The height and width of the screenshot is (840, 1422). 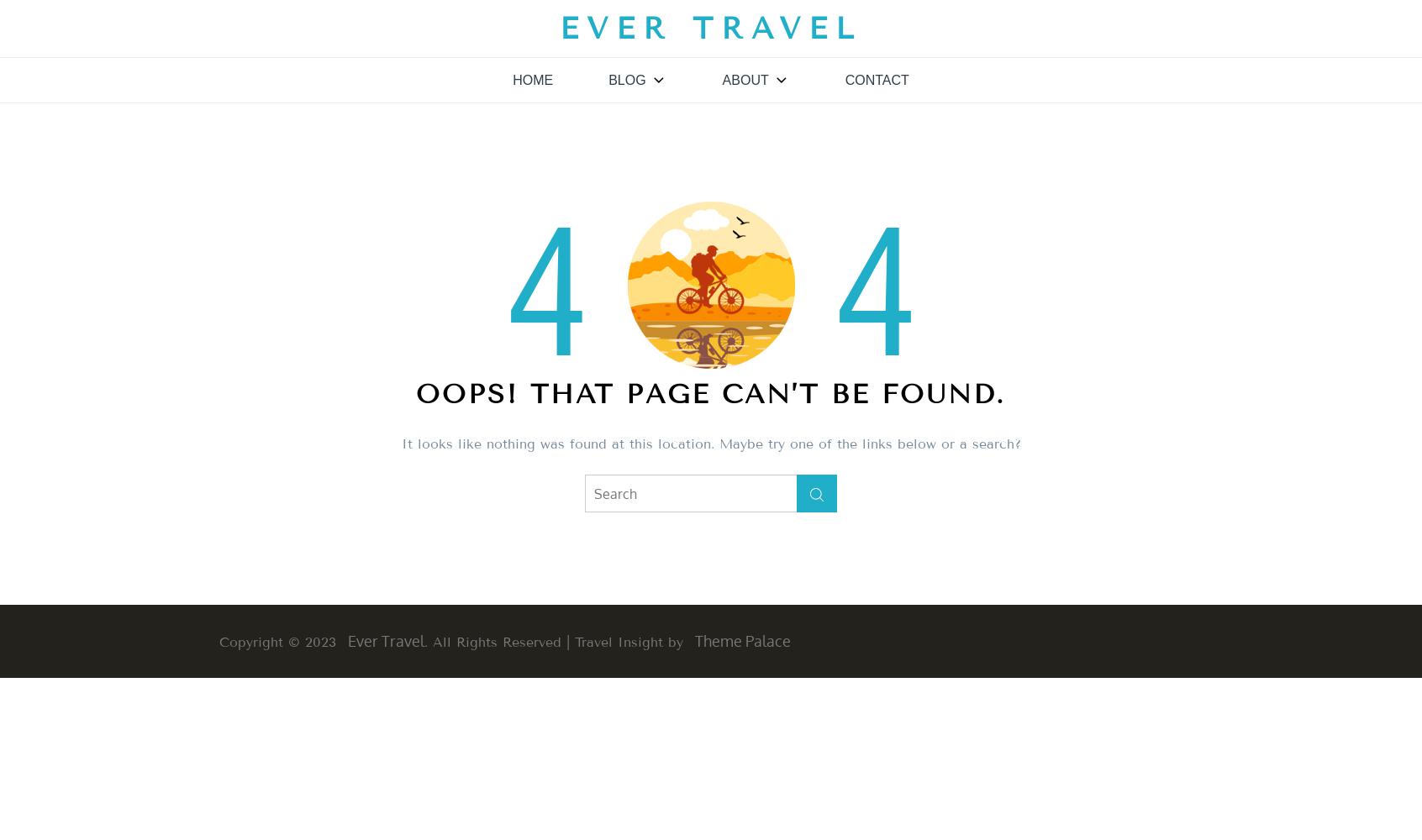 I want to click on 'It looks like nothing was found at this location. Maybe try one of the links below or a search?', so click(x=710, y=444).